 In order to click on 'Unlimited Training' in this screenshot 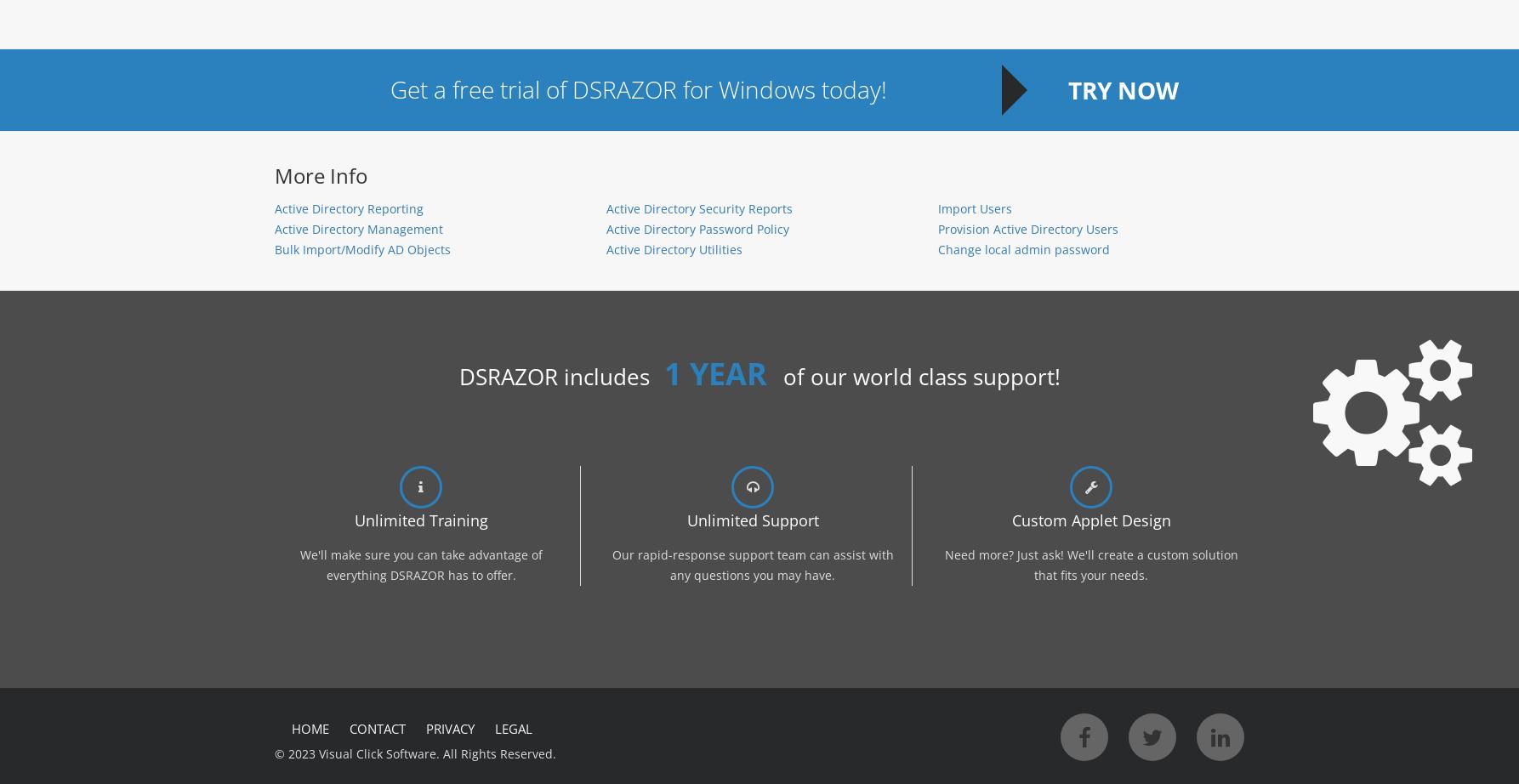, I will do `click(419, 520)`.